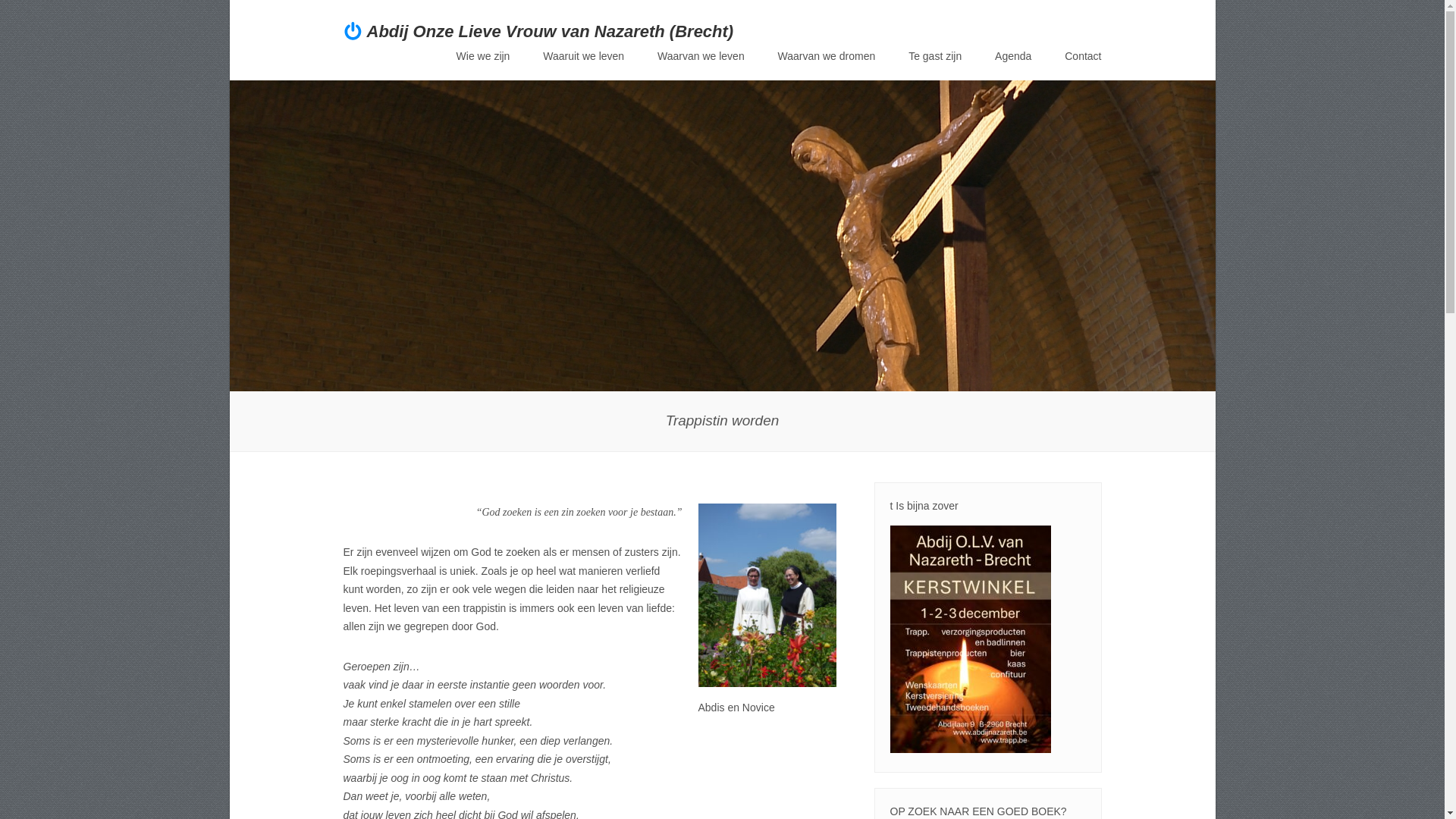  I want to click on 'Wie we zijn', so click(482, 55).